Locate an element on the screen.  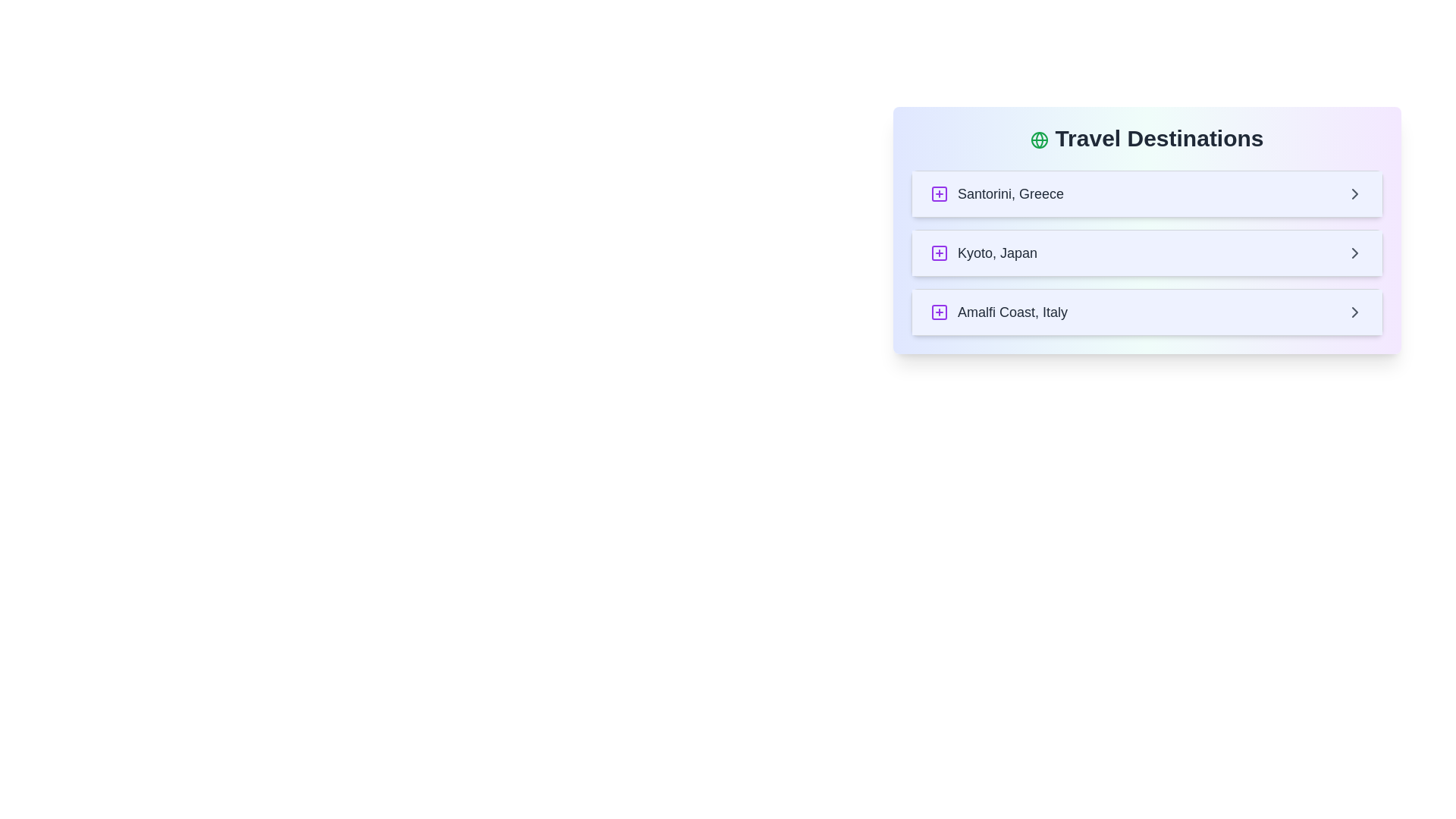
the chevron indicator located in the third row, right-aligned next to 'Amalfi Coast, Italy' is located at coordinates (1354, 312).